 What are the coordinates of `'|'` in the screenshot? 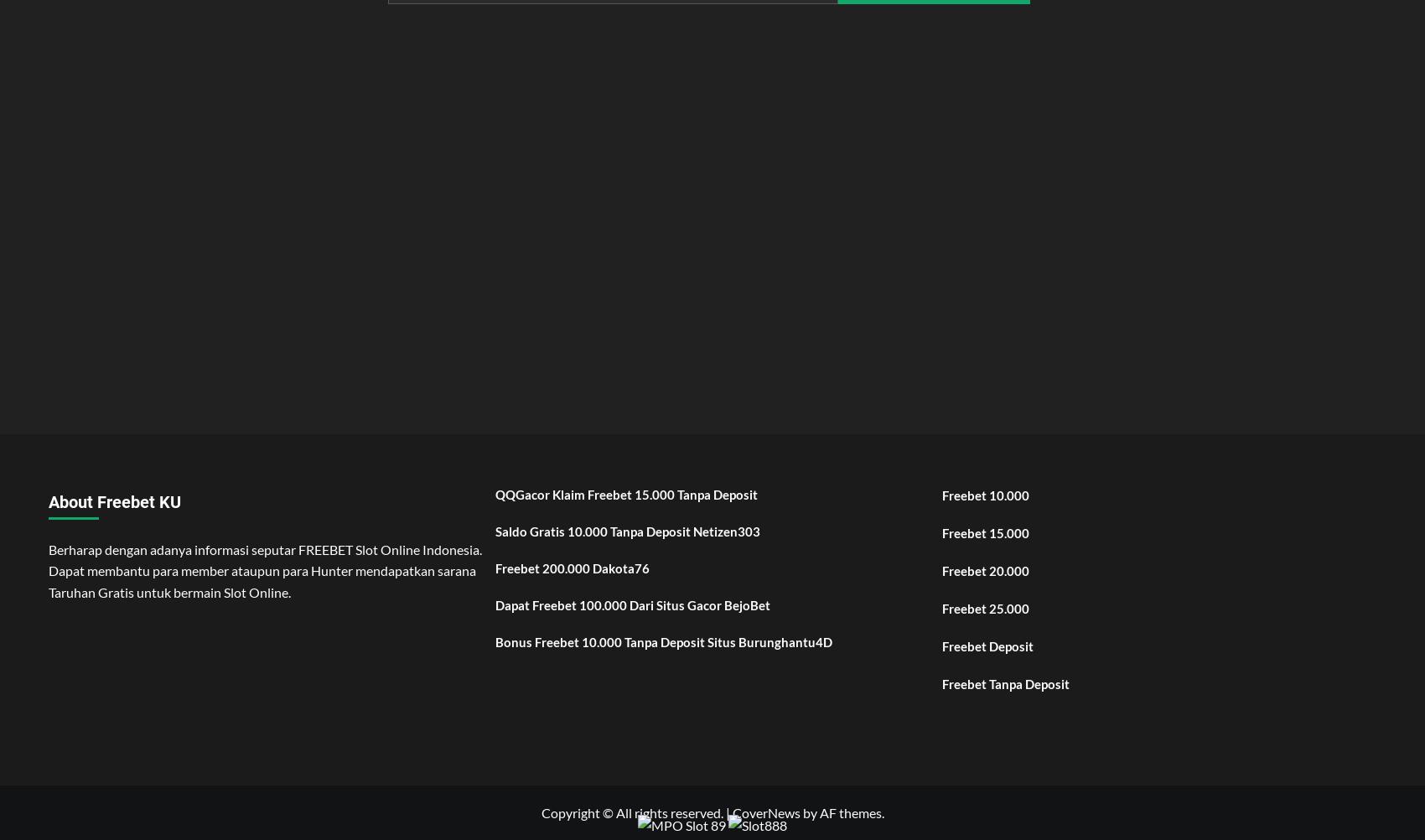 It's located at (724, 811).